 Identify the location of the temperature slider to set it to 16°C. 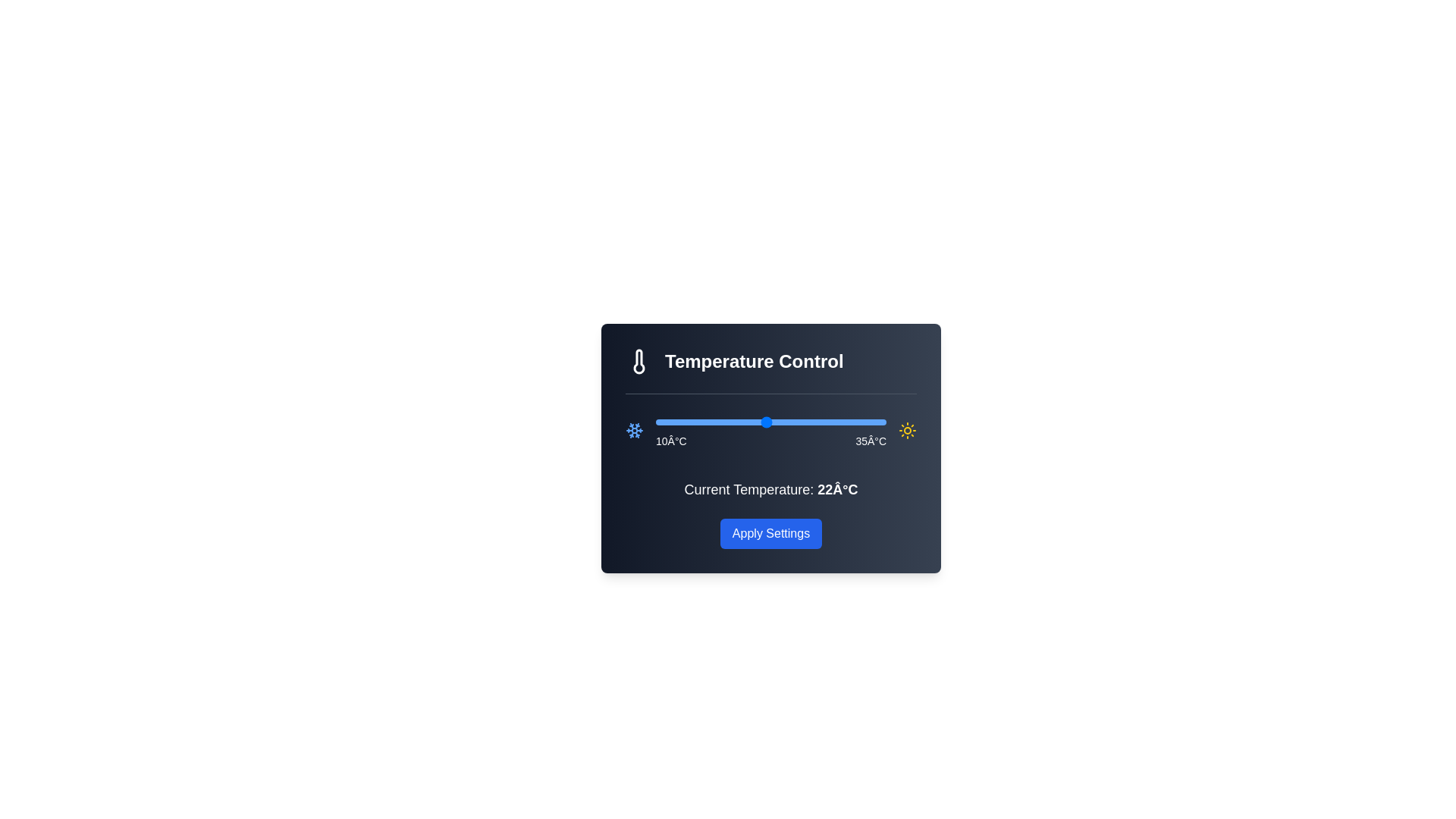
(710, 422).